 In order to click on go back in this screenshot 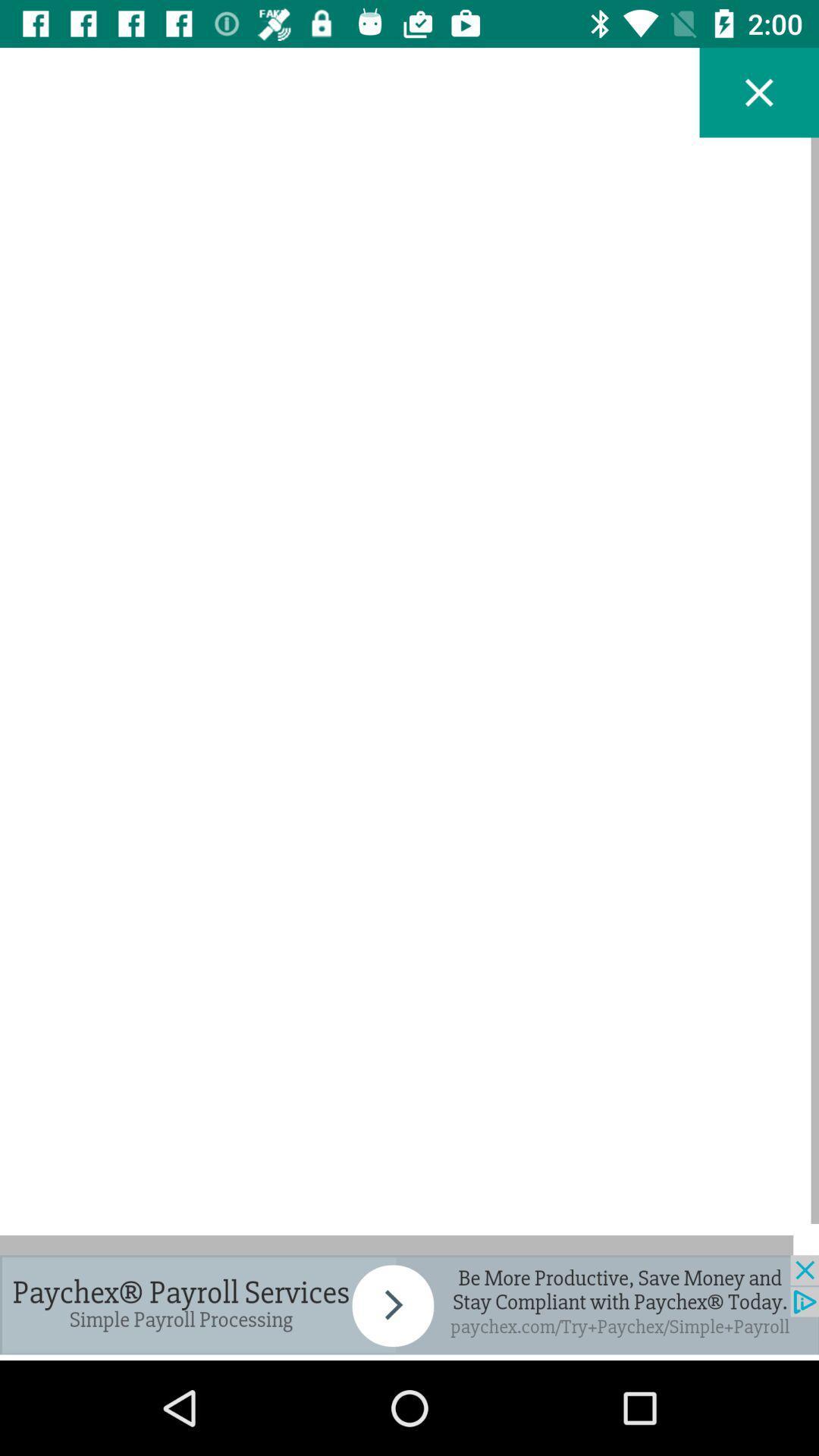, I will do `click(759, 92)`.